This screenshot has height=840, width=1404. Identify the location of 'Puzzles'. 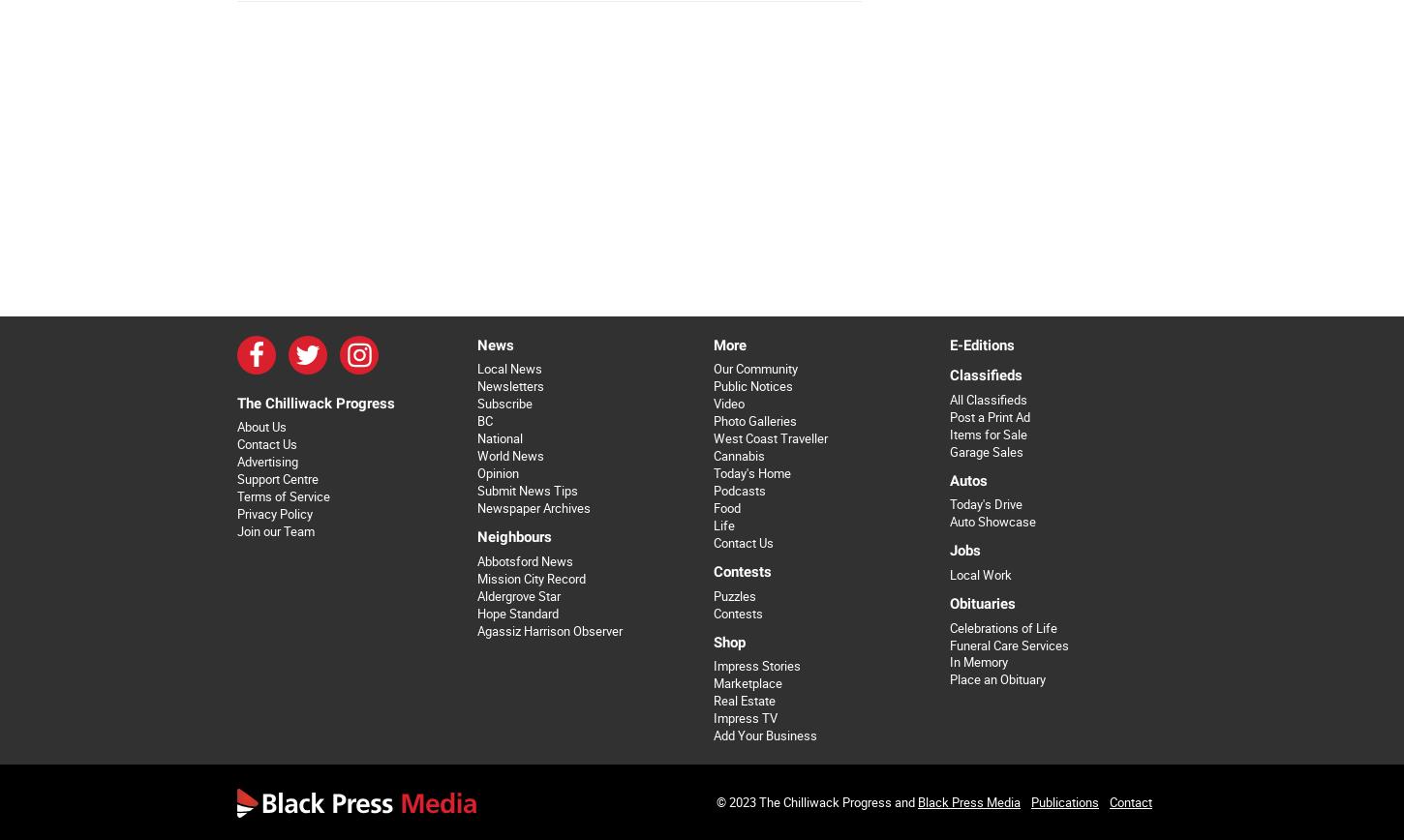
(734, 595).